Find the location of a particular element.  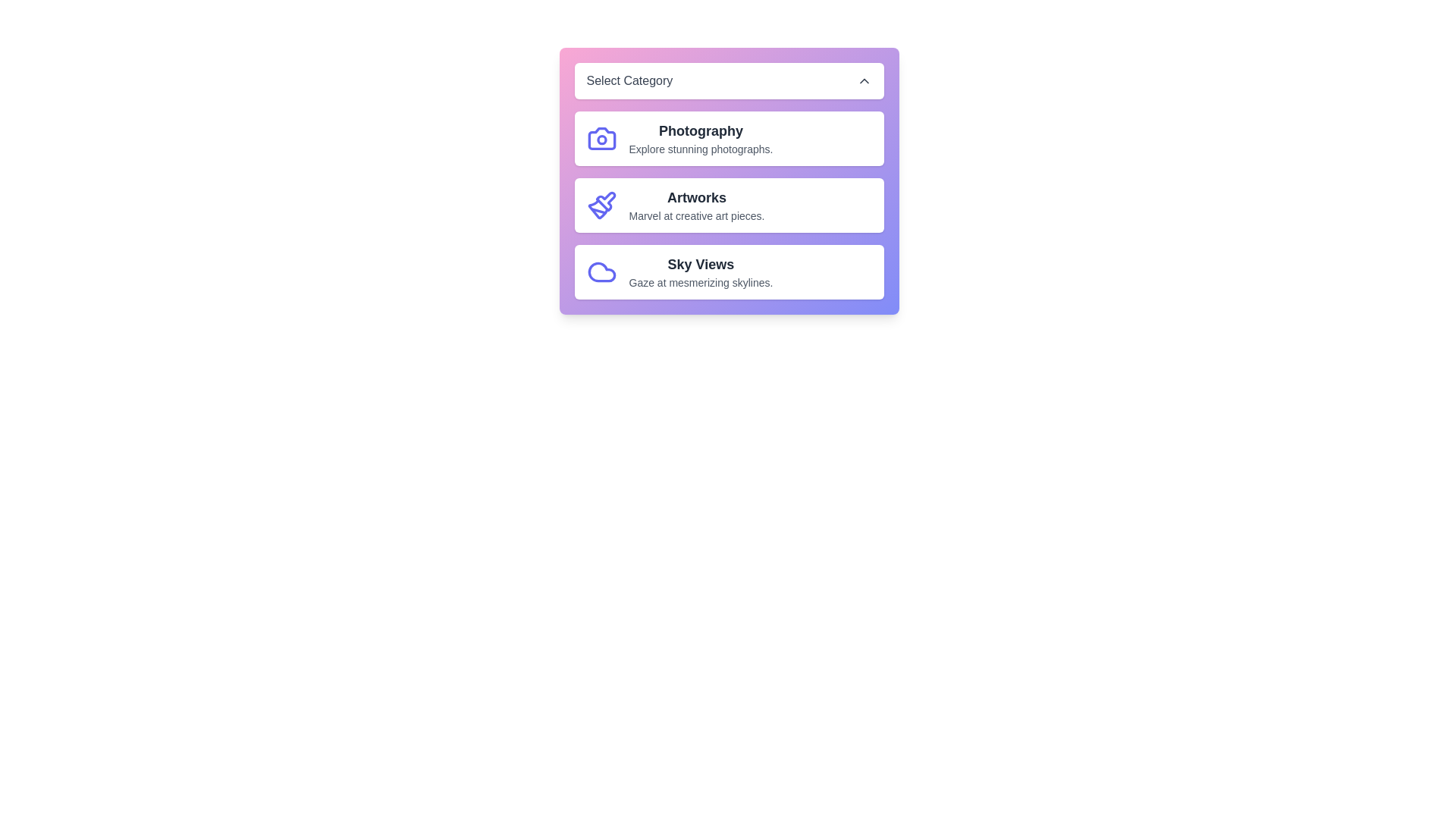

the top button to toggle the menu open or closed is located at coordinates (729, 81).